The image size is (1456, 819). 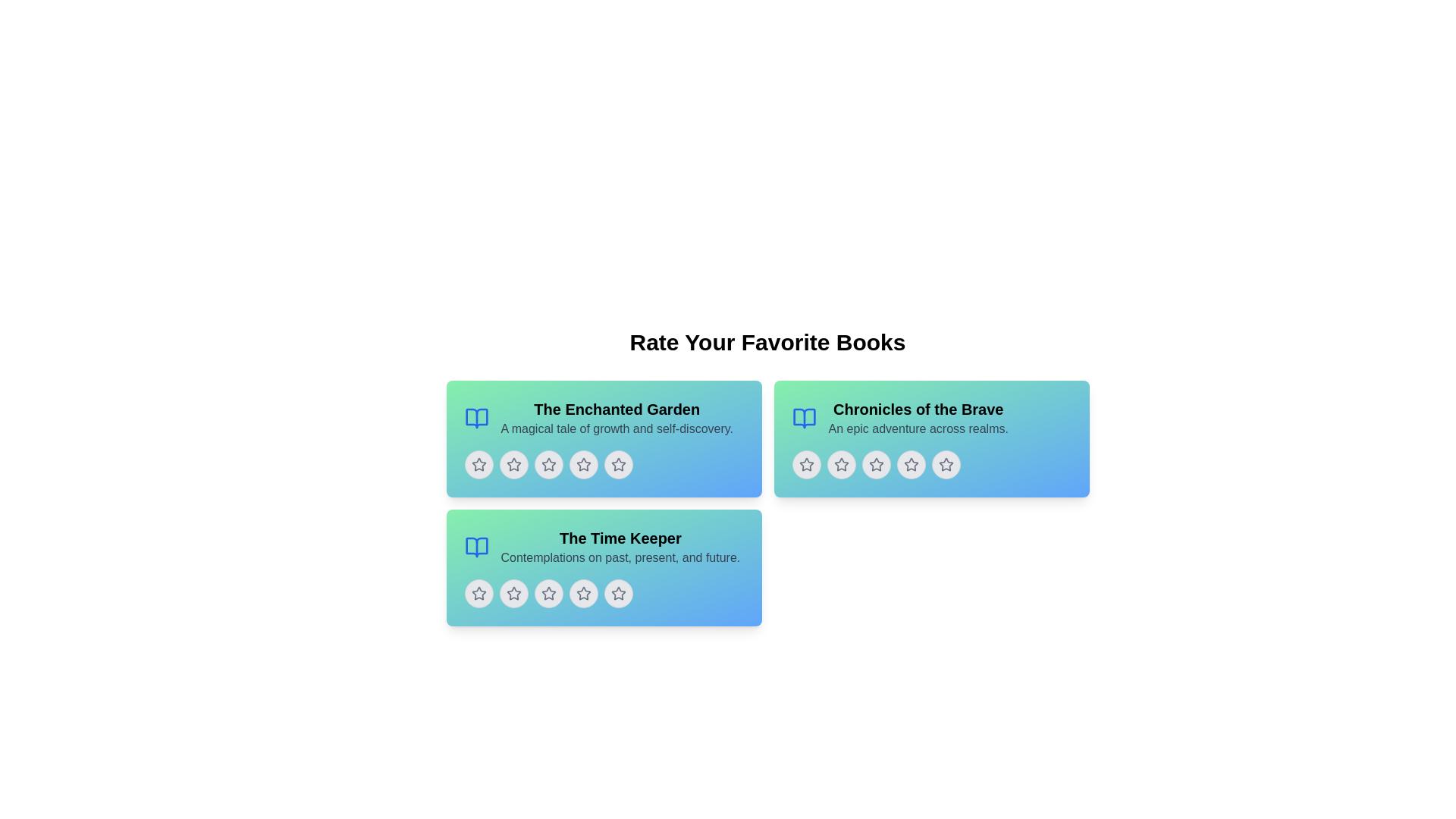 What do you see at coordinates (840, 464) in the screenshot?
I see `the first star rating icon in the second card titled 'Chronicles of the Brave' for additional interaction` at bounding box center [840, 464].